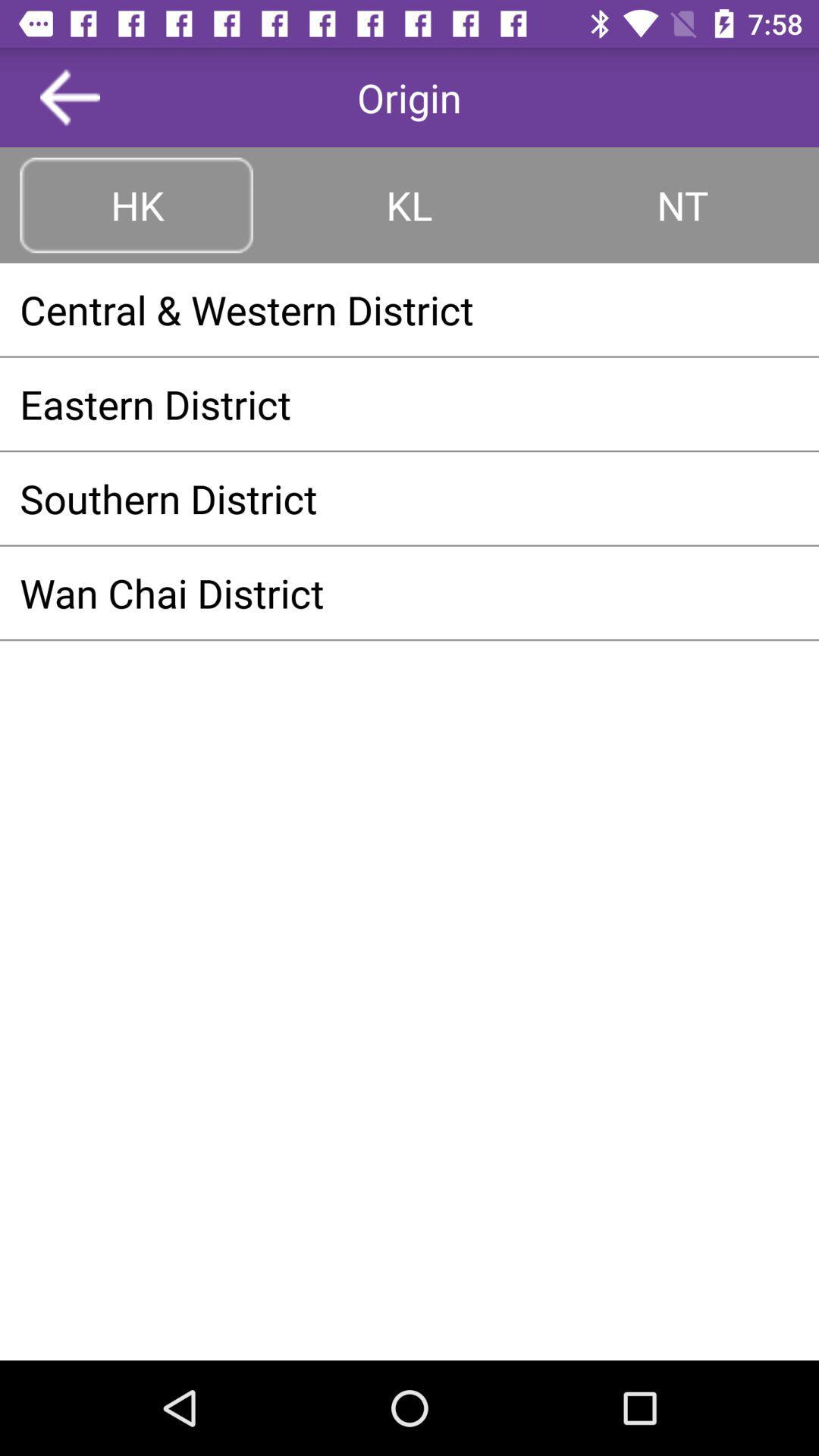 Image resolution: width=819 pixels, height=1456 pixels. Describe the element at coordinates (409, 309) in the screenshot. I see `the central & western district app` at that location.